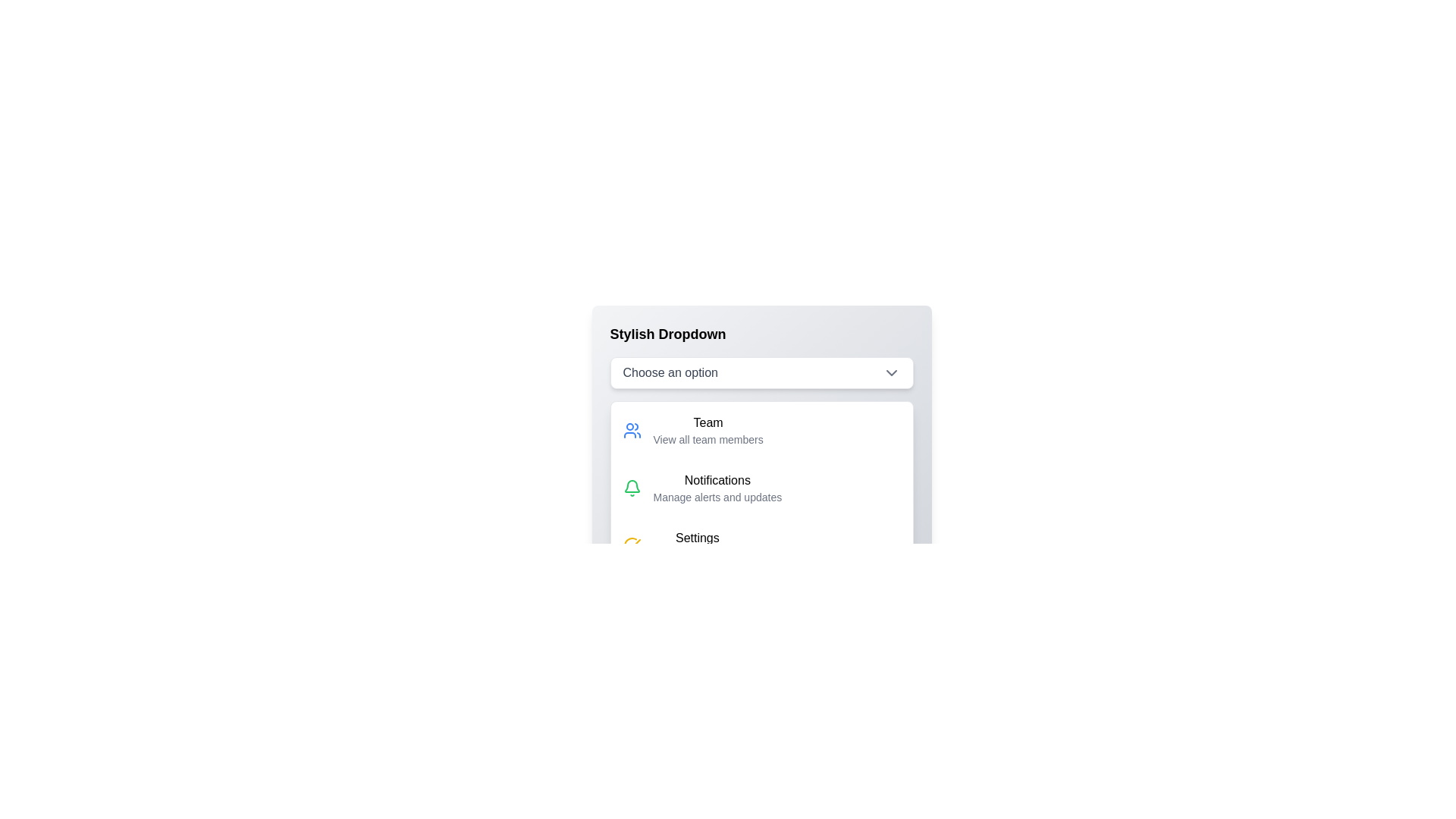  I want to click on the descriptive text label located beneath the 'Notifications' section of the dropdown menu, so click(717, 497).